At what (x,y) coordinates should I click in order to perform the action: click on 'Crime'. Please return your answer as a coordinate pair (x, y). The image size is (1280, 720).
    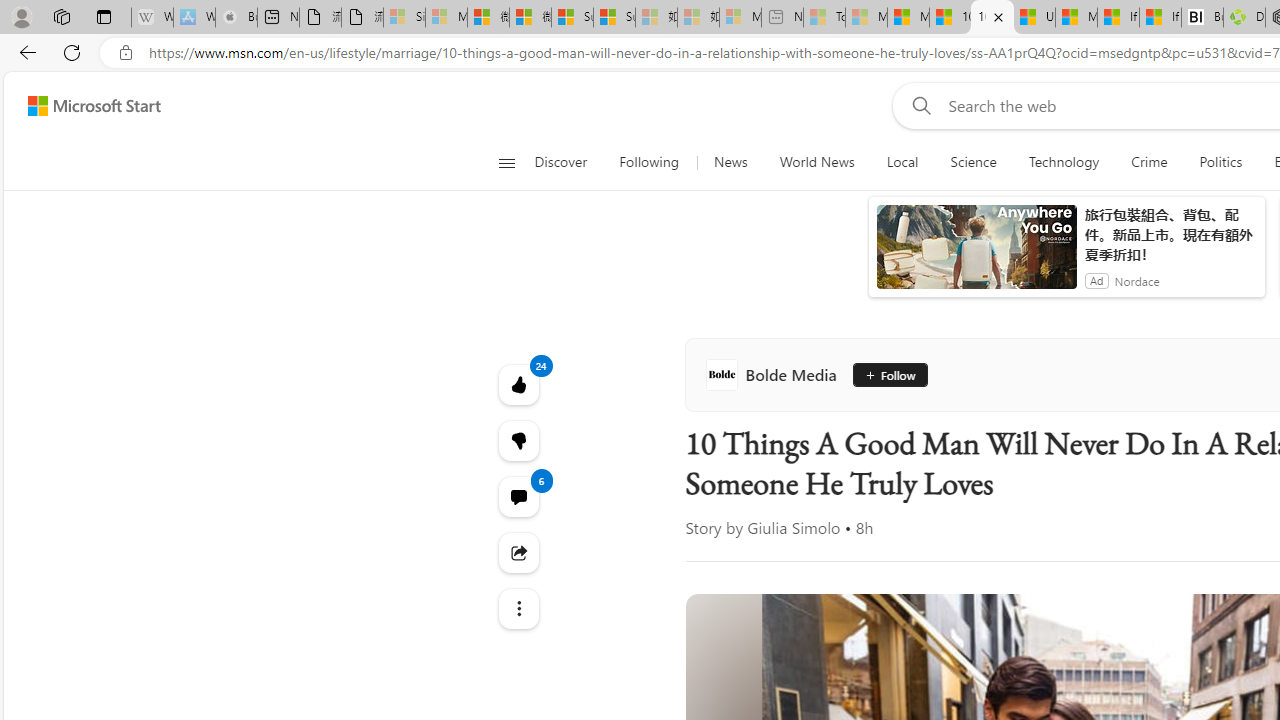
    Looking at the image, I should click on (1149, 162).